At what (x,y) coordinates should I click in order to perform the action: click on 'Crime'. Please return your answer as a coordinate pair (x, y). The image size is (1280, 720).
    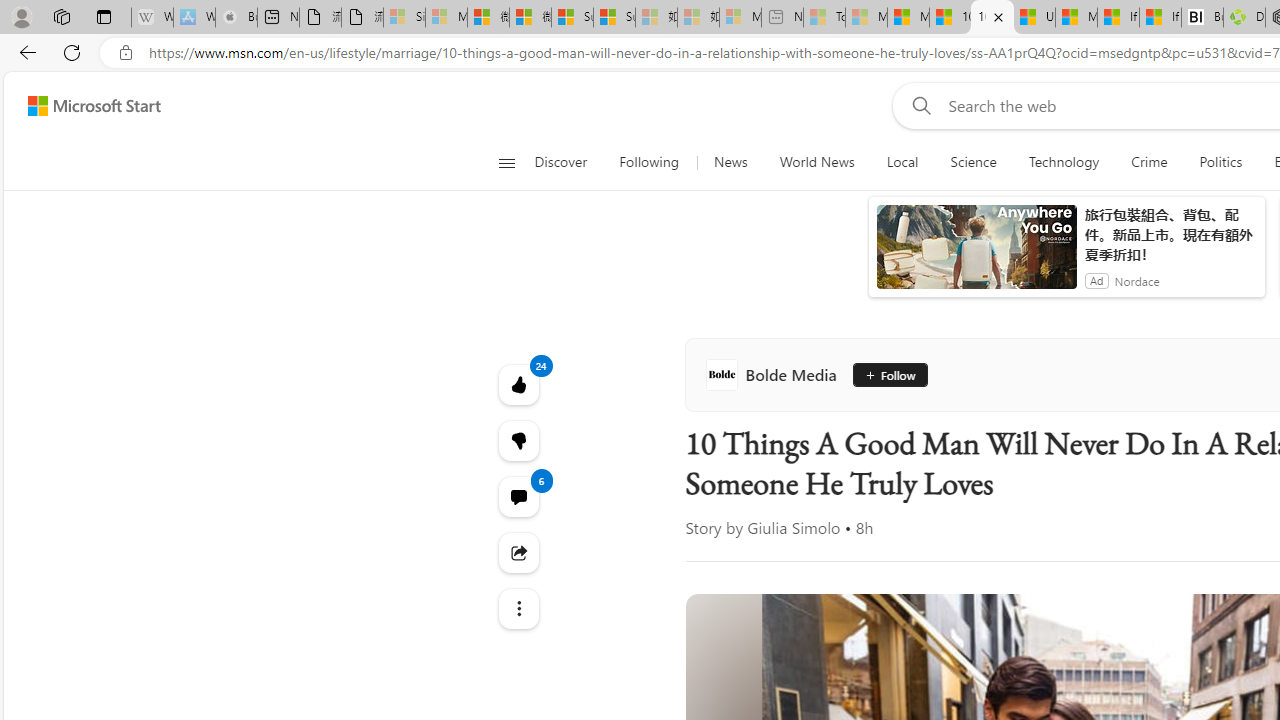
    Looking at the image, I should click on (1149, 162).